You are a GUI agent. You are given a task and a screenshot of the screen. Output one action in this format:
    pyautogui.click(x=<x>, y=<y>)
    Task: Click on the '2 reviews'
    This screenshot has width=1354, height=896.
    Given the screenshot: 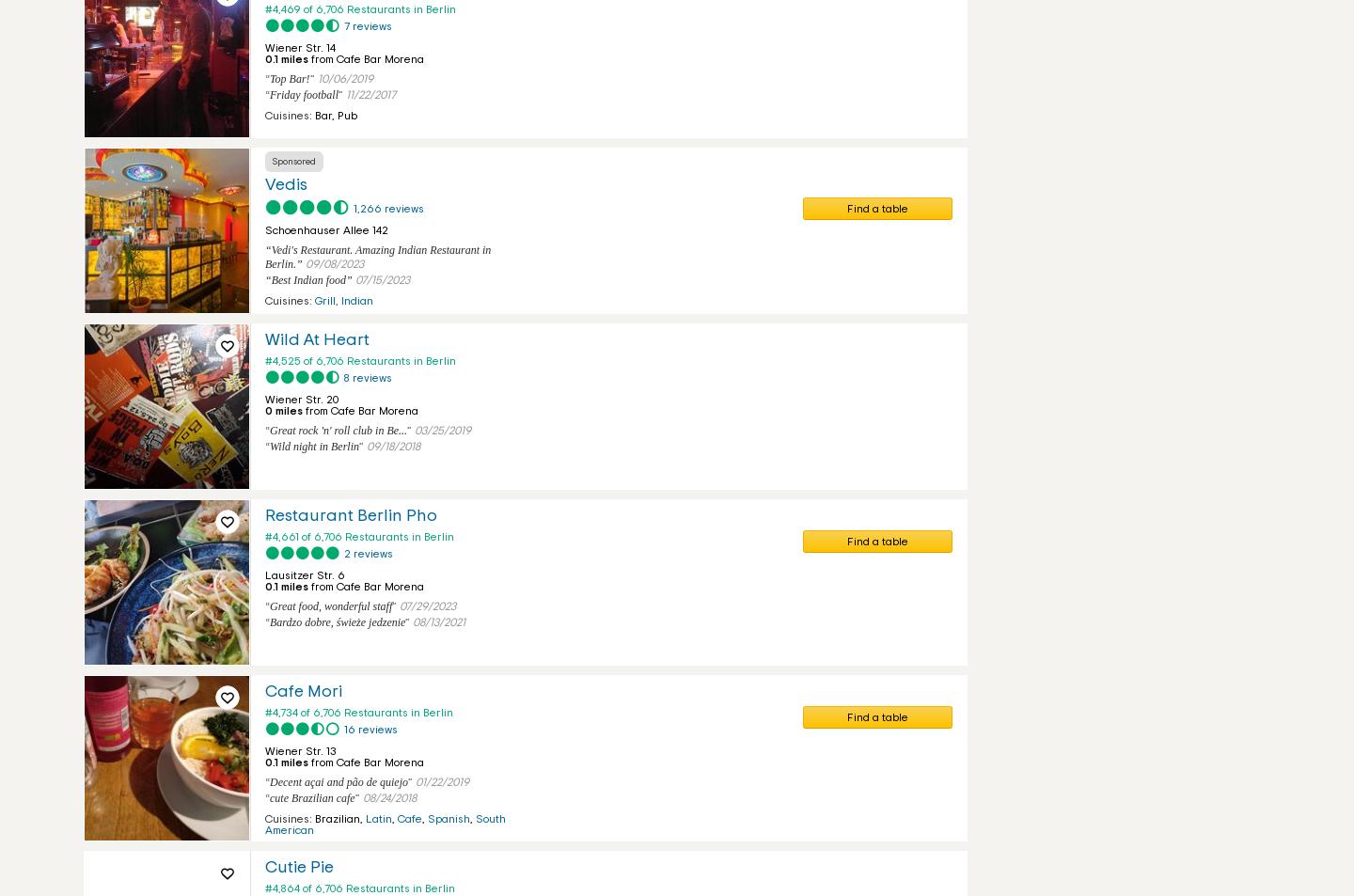 What is the action you would take?
    pyautogui.click(x=367, y=553)
    